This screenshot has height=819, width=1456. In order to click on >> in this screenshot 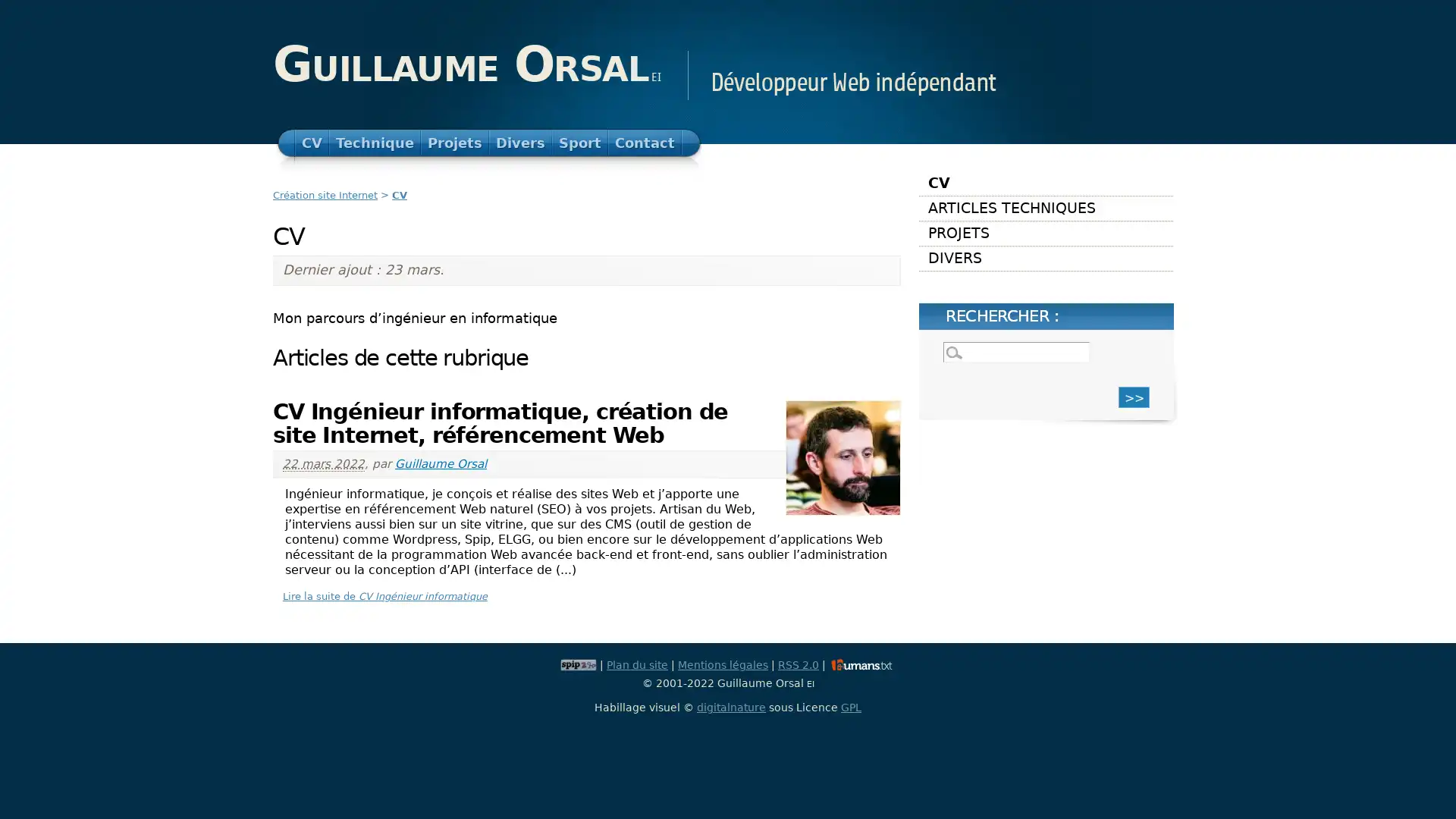, I will do `click(1134, 396)`.